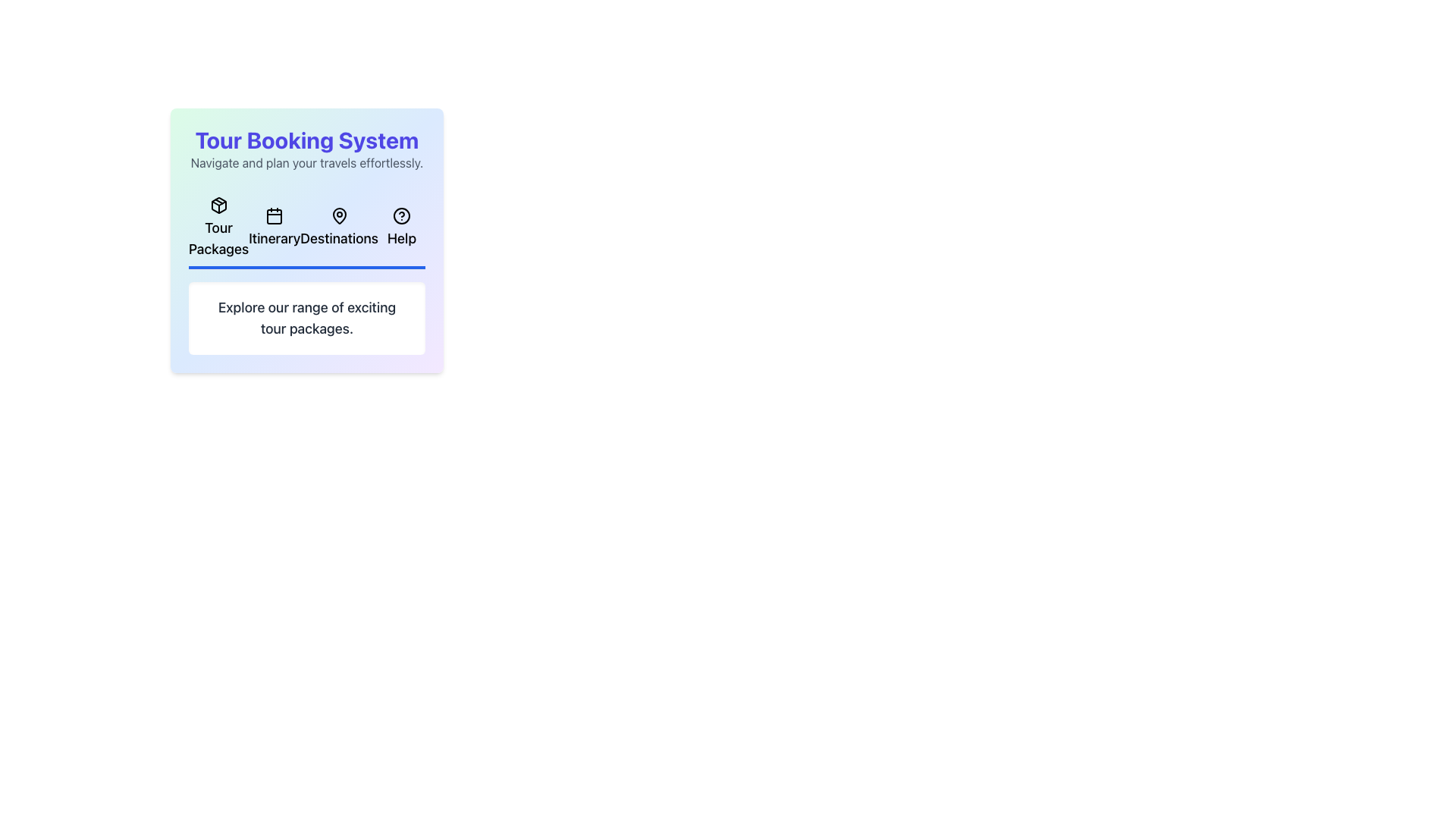  Describe the element at coordinates (338, 216) in the screenshot. I see `the map pin icon, which symbolizes destinations within the booking system UI, located between the 'Itinerary' icon and 'Help' icon` at that location.